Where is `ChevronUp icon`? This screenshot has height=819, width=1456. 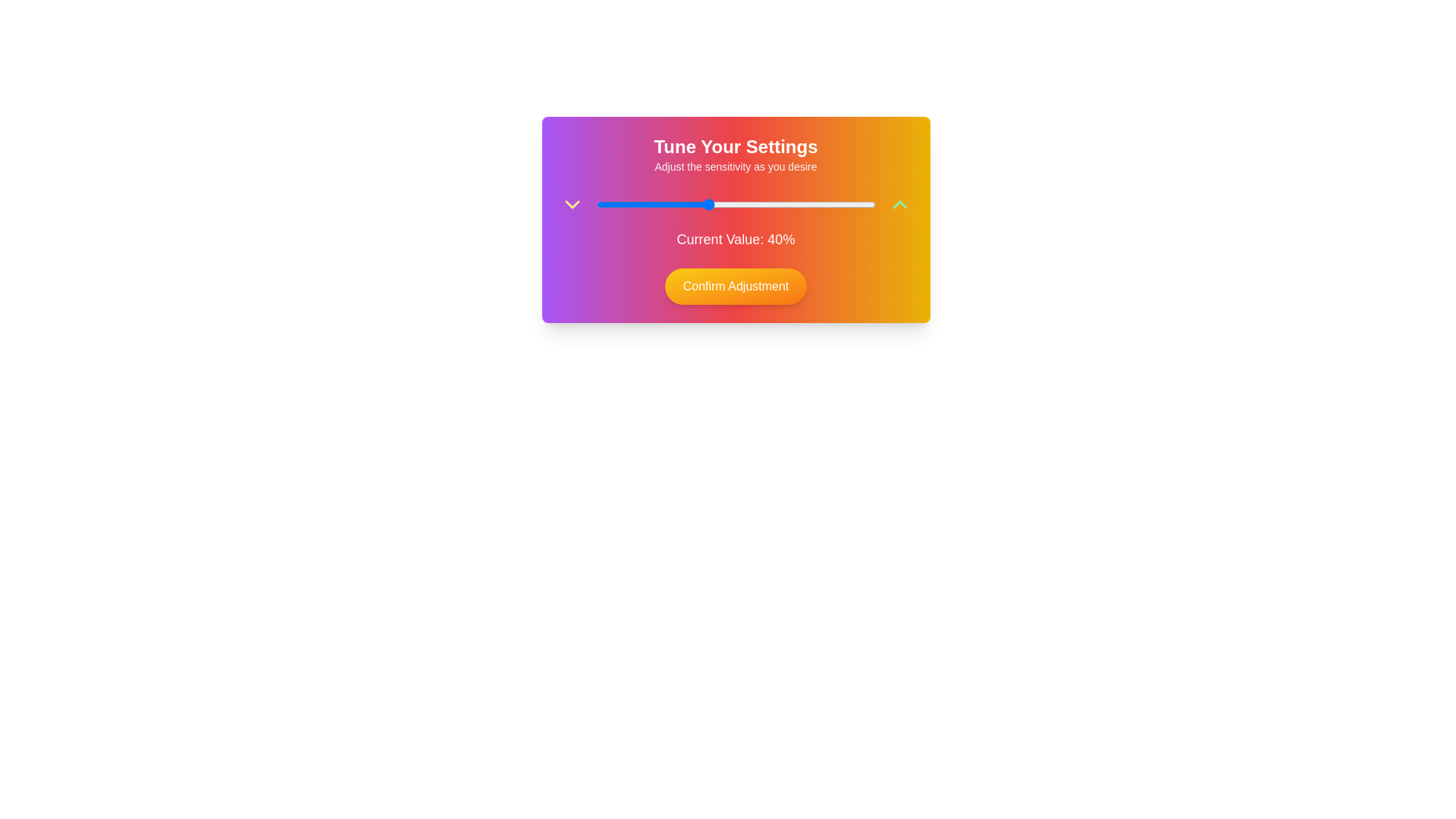 ChevronUp icon is located at coordinates (899, 205).